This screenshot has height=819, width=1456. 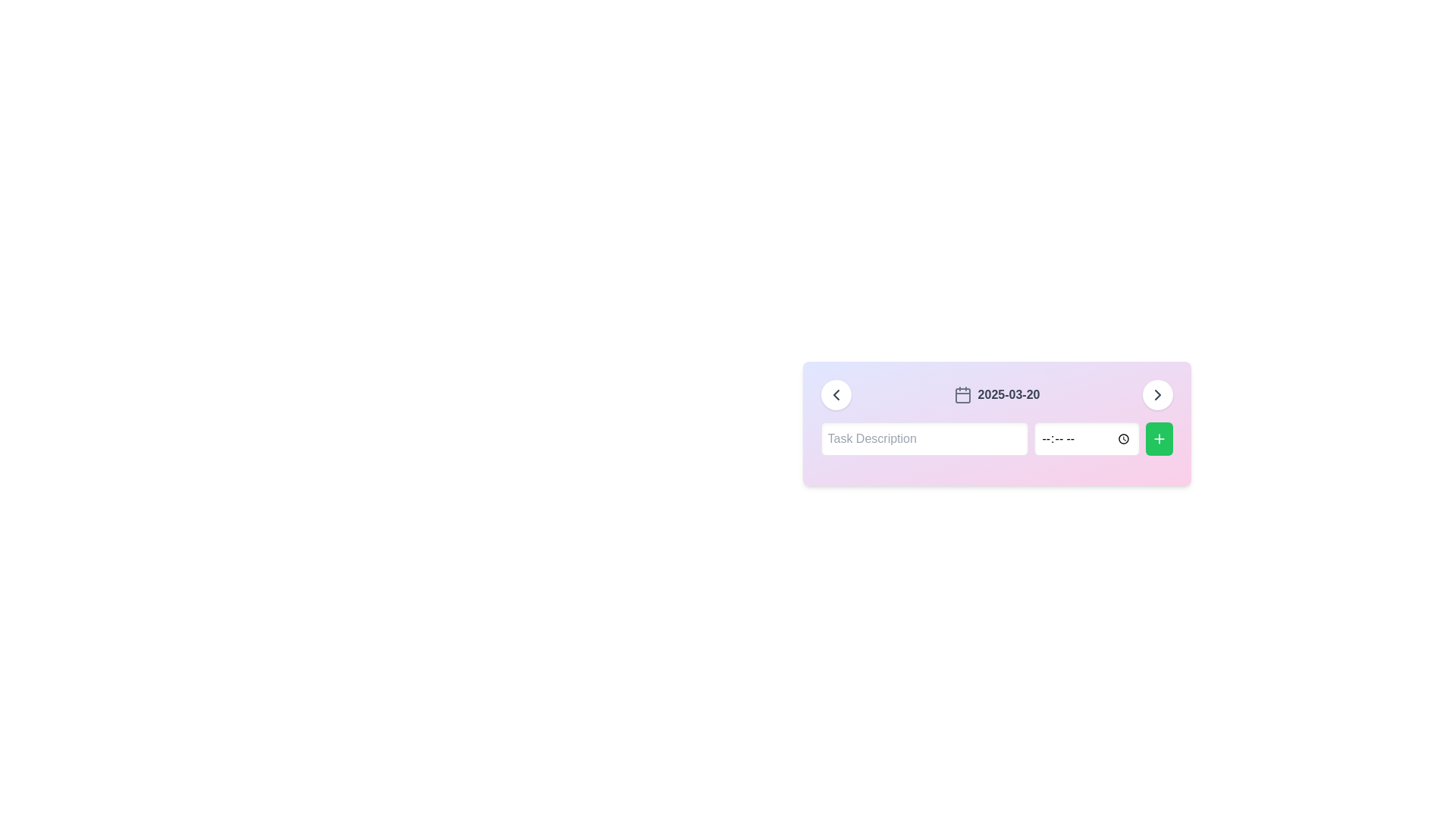 I want to click on the green rectangular button with rounded corners that features a white plus icon in the center, so click(x=1158, y=438).